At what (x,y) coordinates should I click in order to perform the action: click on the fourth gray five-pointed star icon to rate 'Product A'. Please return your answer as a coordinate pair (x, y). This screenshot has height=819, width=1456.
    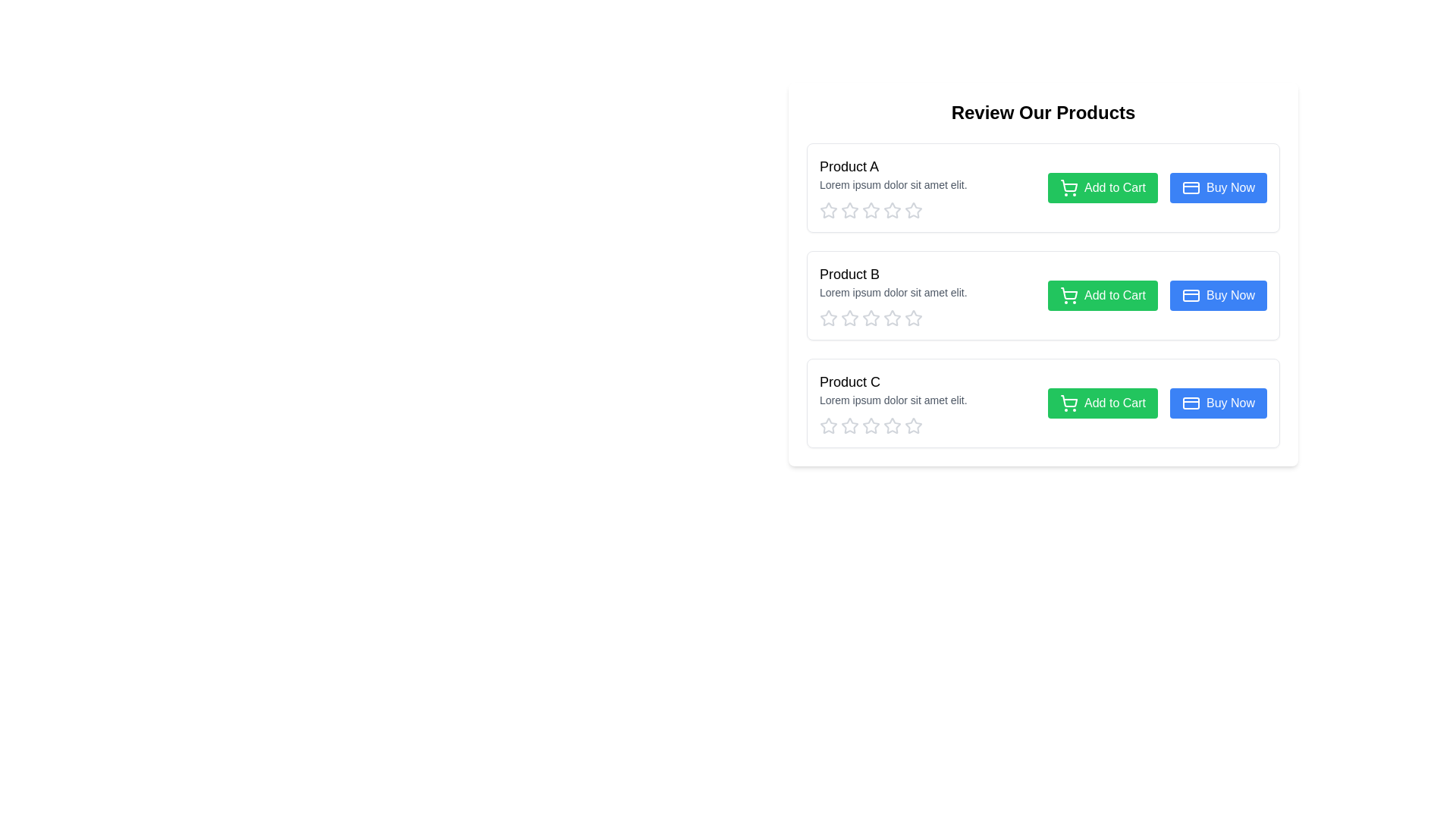
    Looking at the image, I should click on (912, 210).